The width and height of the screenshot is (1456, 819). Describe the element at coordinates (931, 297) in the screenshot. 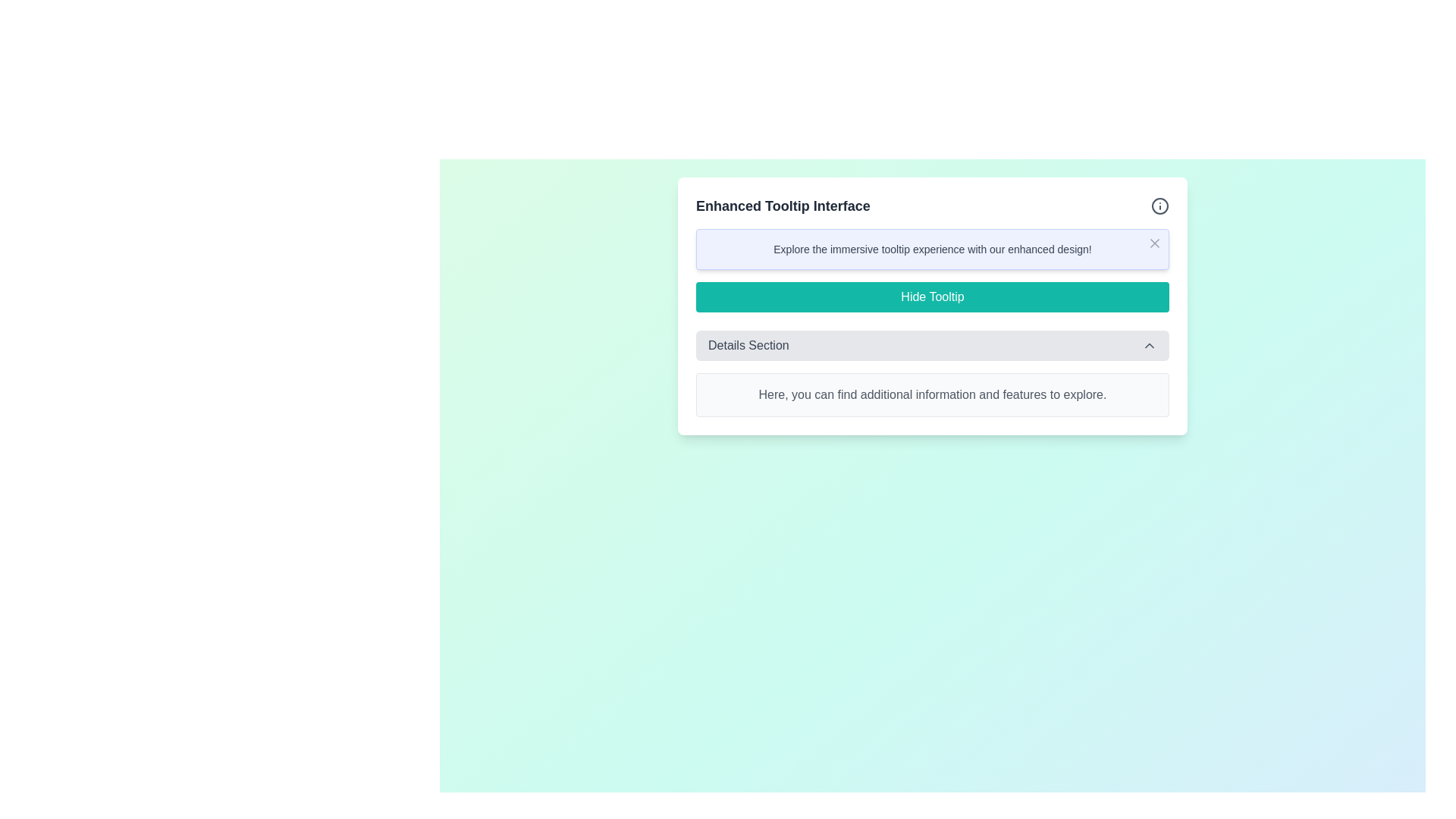

I see `the button with a teal background and white text reading 'Hide Tooltip'` at that location.